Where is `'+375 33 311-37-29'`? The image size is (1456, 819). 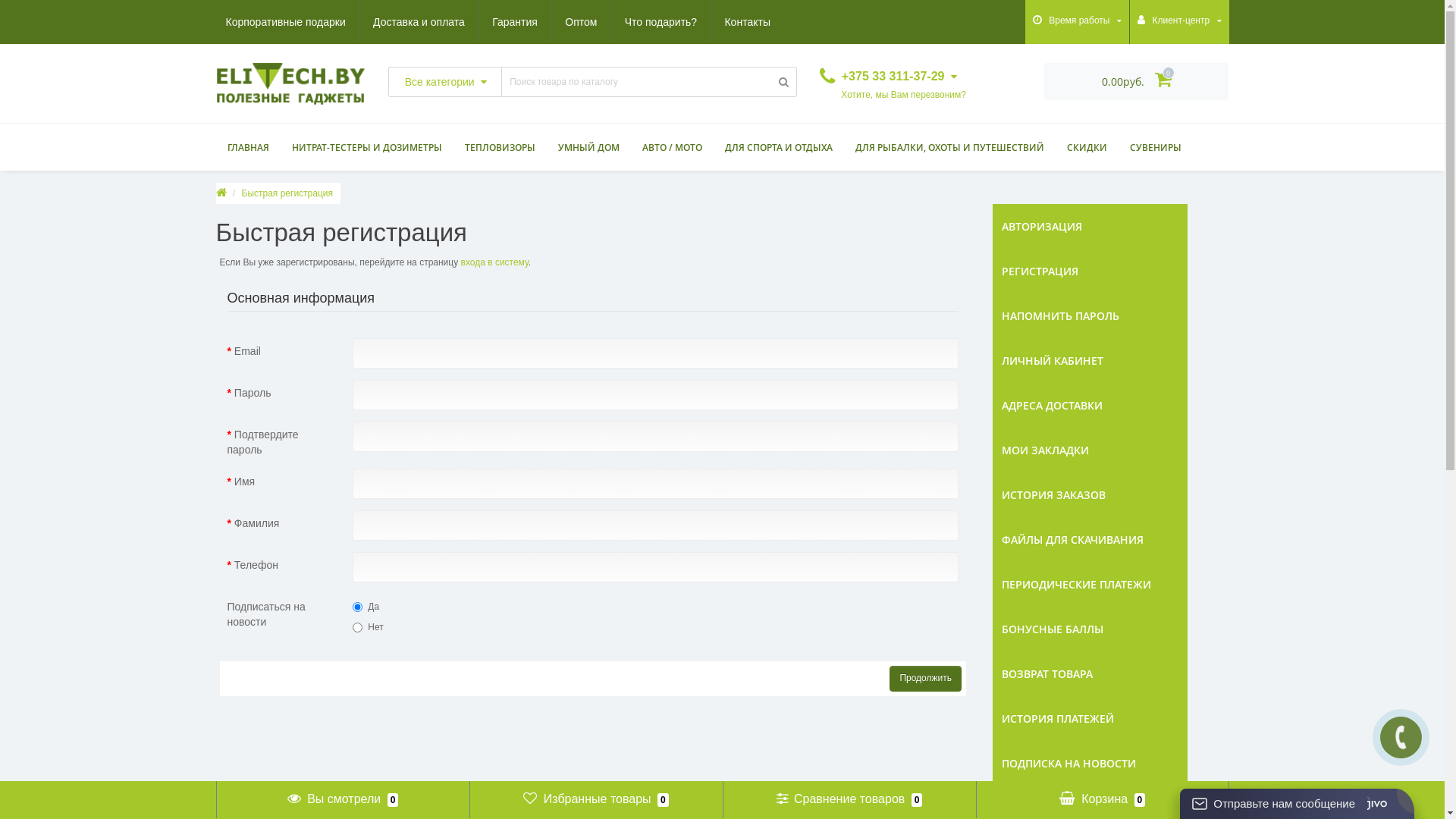
'+375 33 311-37-29' is located at coordinates (818, 76).